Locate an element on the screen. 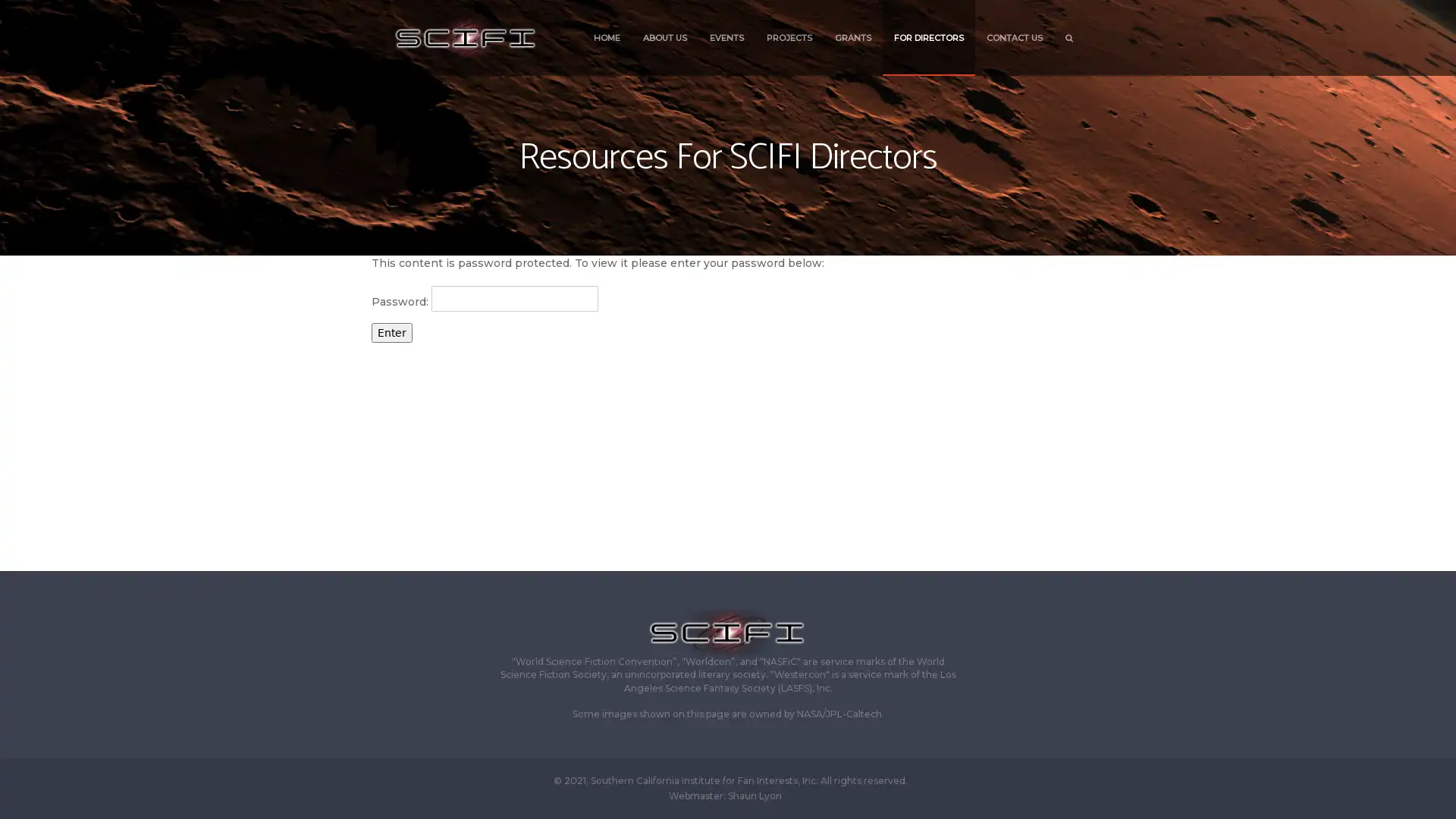  Enter is located at coordinates (392, 331).